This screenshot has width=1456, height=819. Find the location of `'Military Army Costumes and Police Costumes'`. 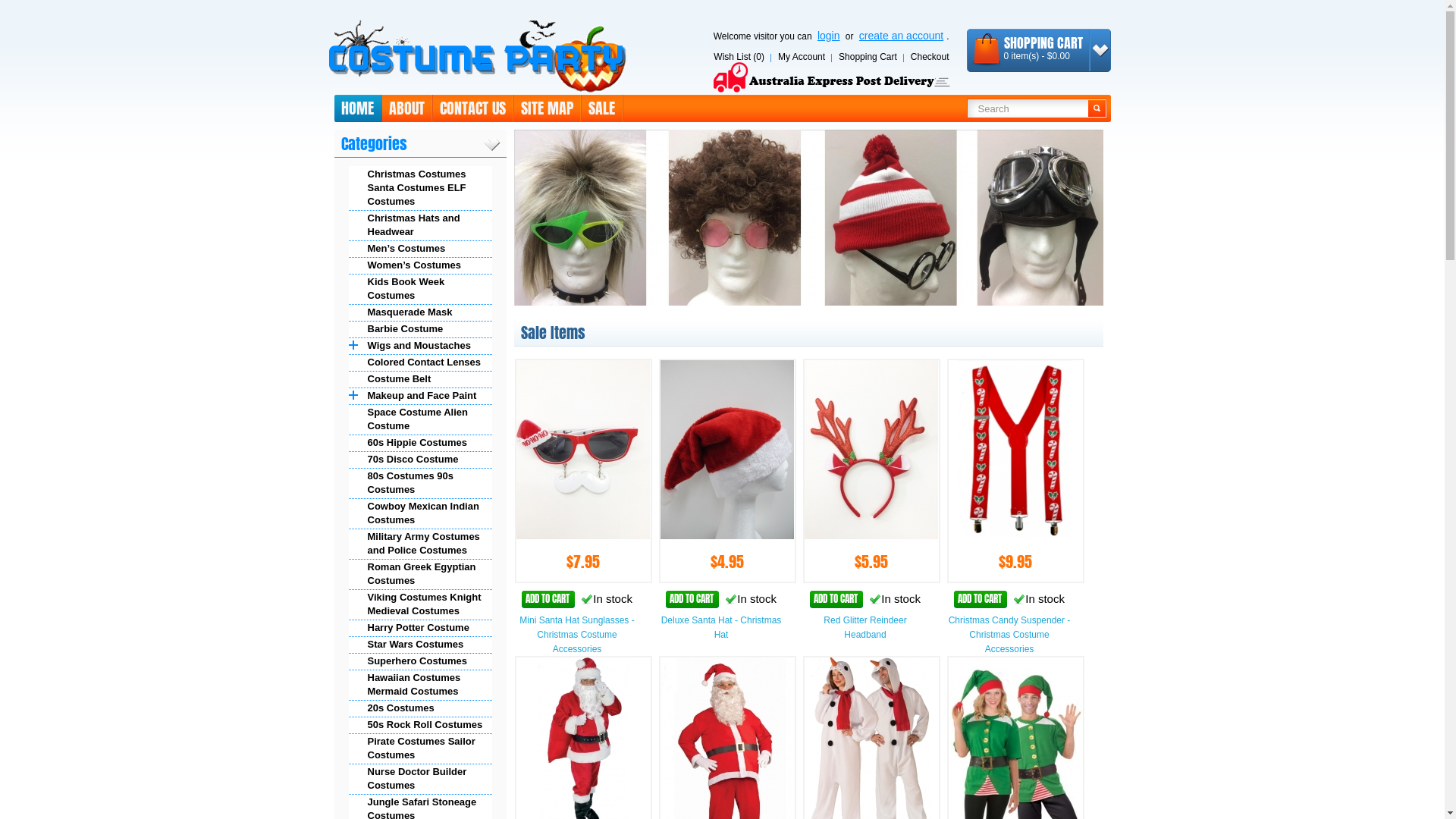

'Military Army Costumes and Police Costumes' is located at coordinates (420, 543).